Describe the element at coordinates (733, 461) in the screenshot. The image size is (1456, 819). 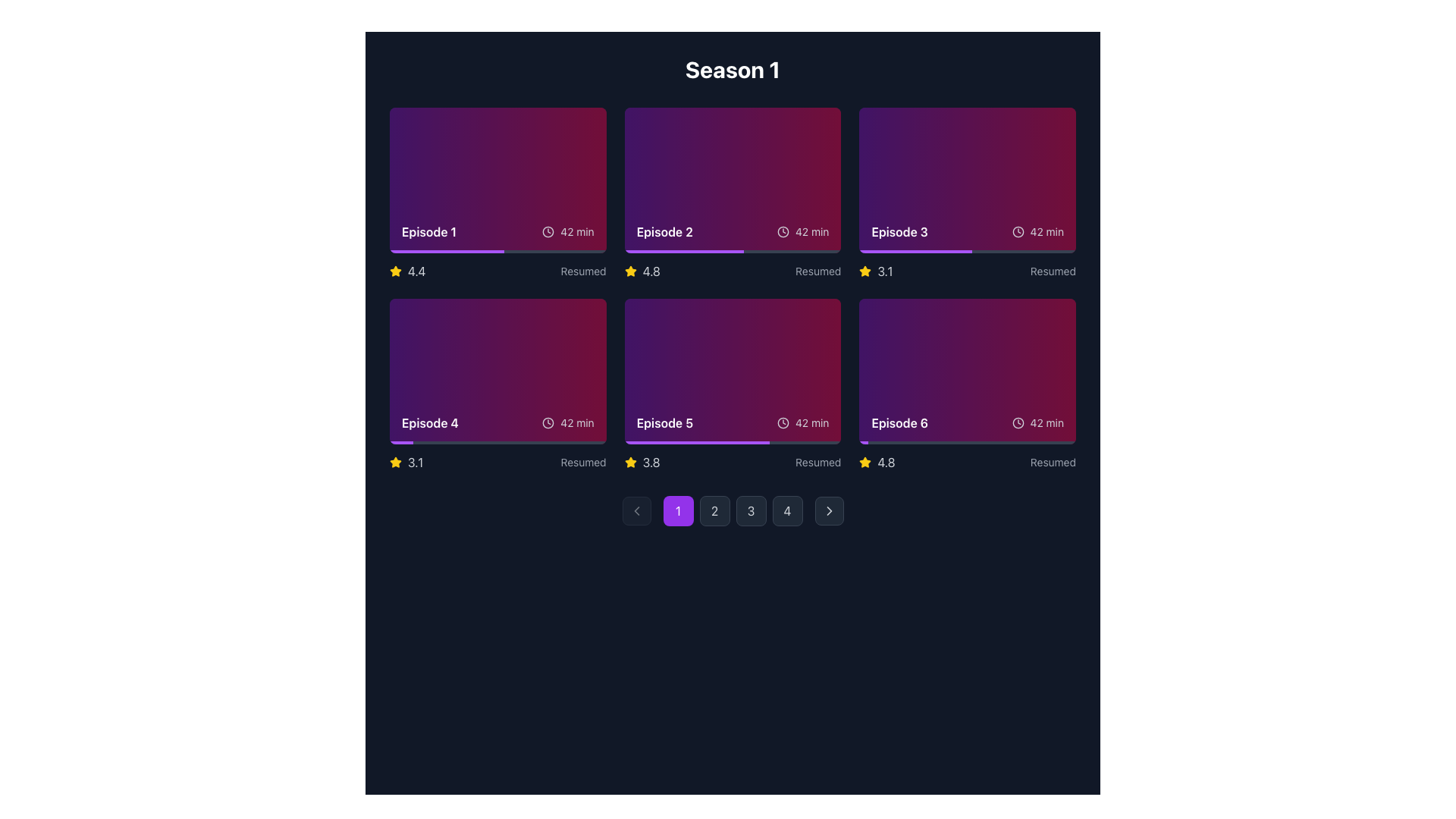
I see `the composite display component that shows the rating (3.8) and status (Resumed) for Episode 5` at that location.